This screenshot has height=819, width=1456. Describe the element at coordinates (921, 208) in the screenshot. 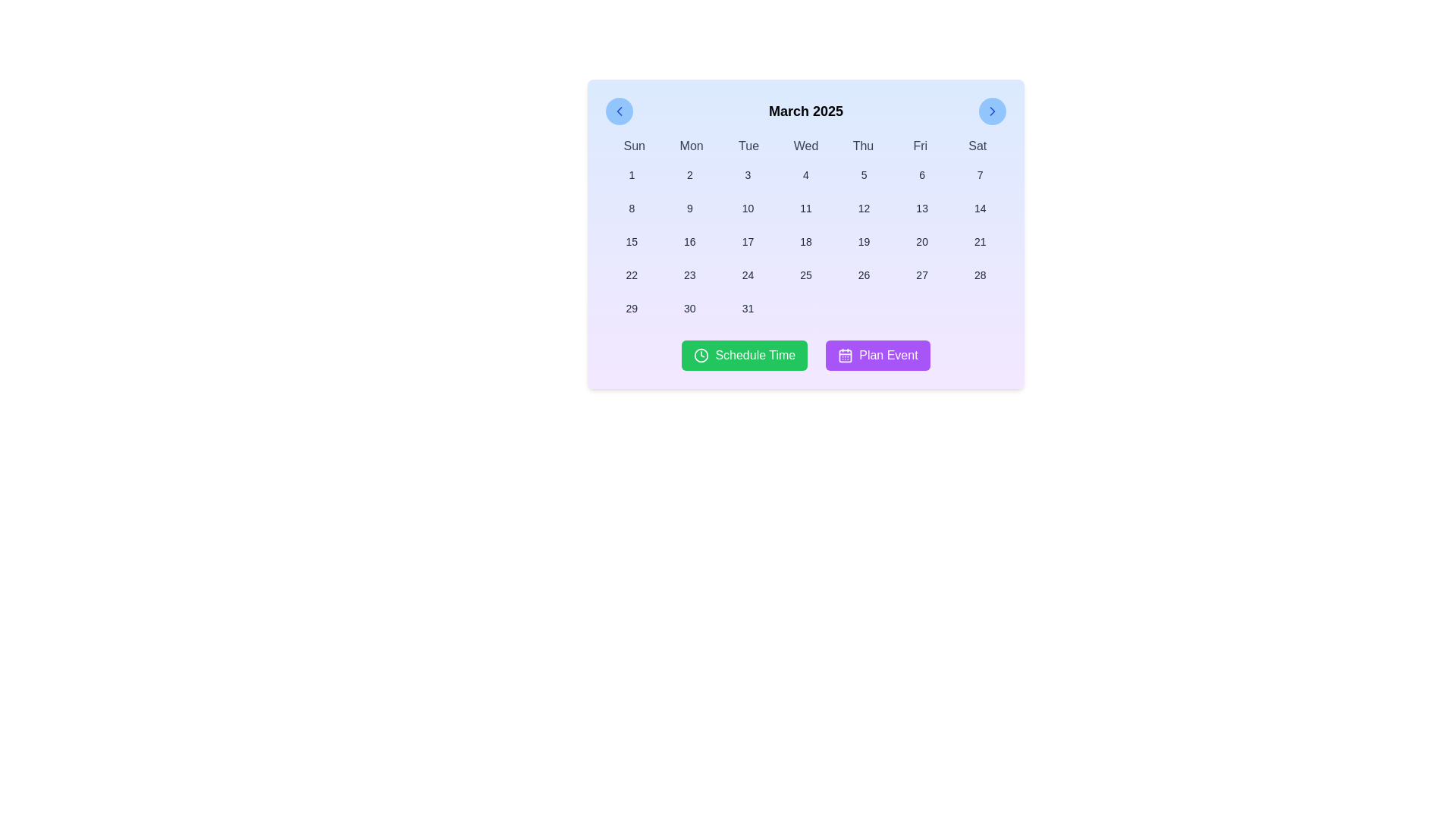

I see `the calendar button representing the 13th day of March 2025` at that location.